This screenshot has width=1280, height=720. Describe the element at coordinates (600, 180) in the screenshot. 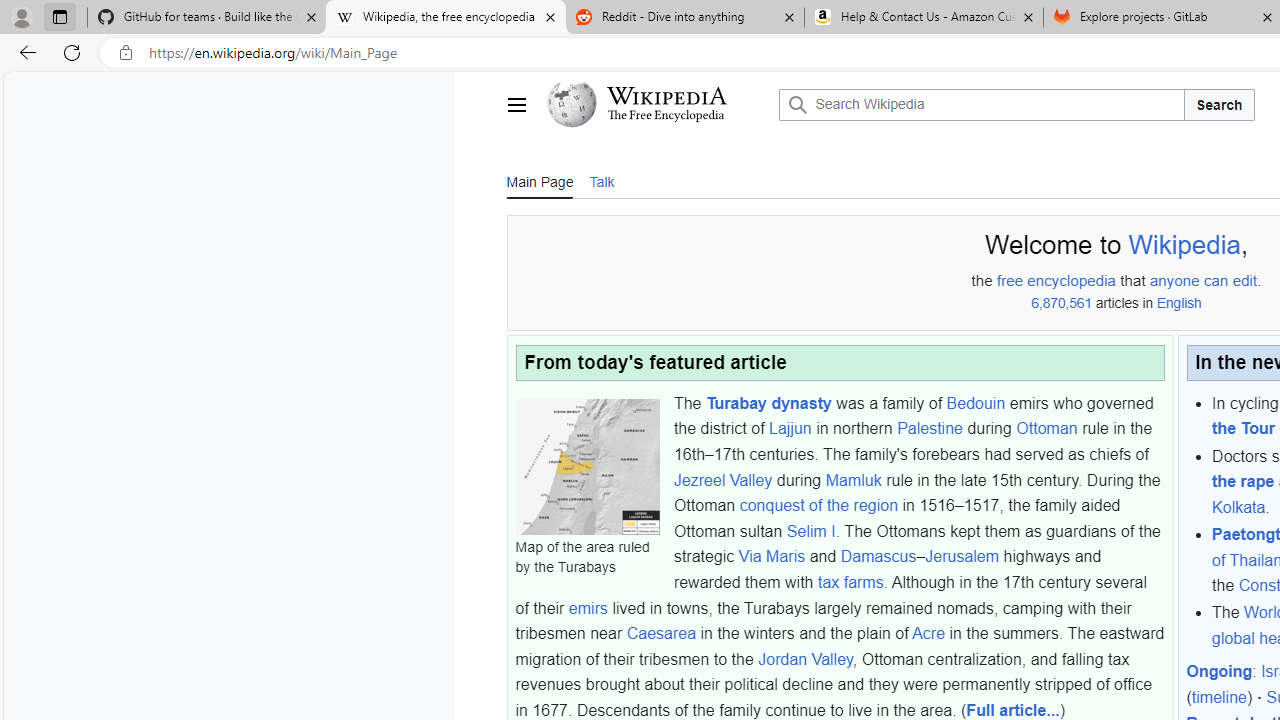

I see `'Talk'` at that location.